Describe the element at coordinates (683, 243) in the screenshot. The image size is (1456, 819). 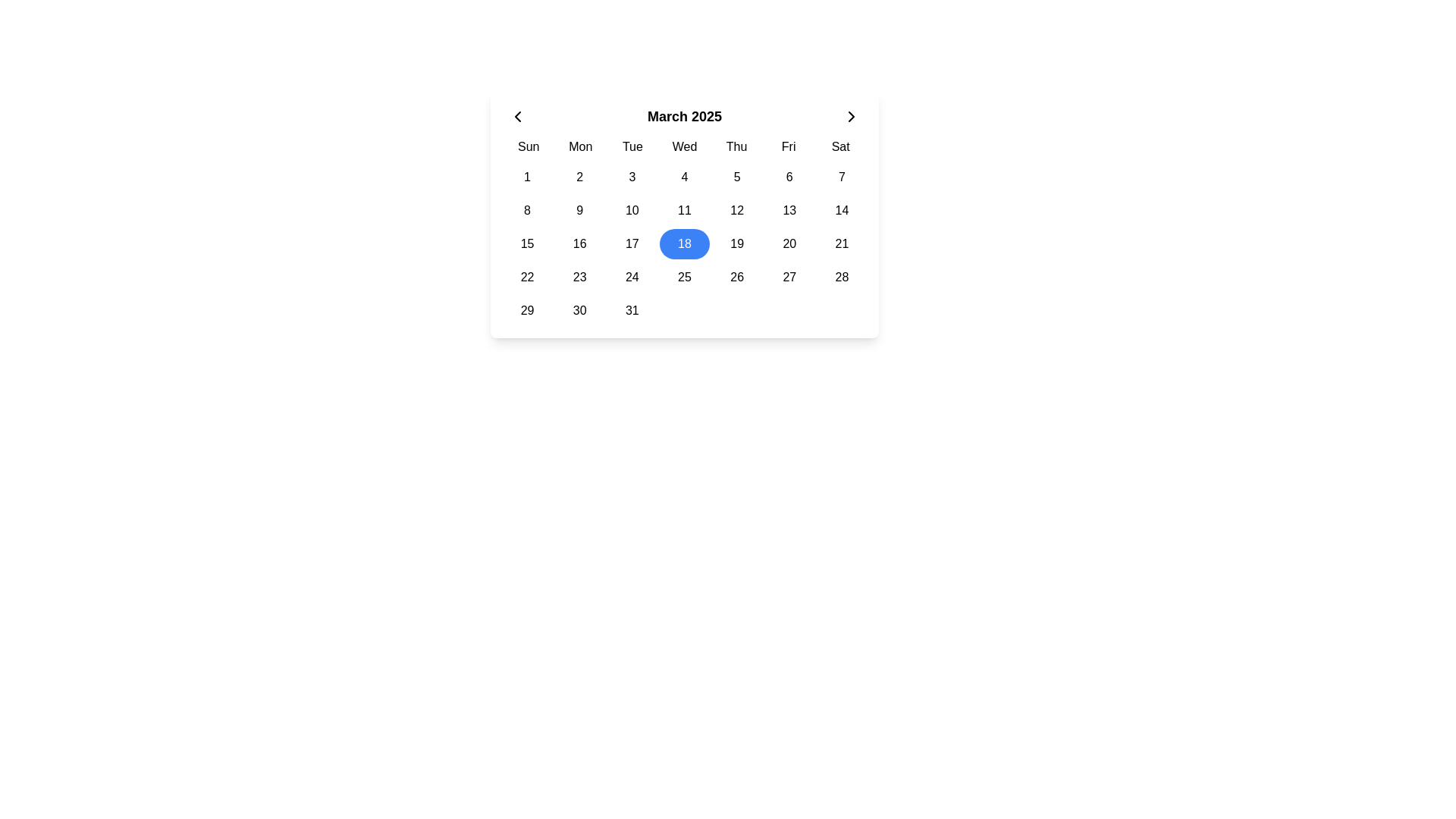
I see `the circular button labeled '18' with a blue background` at that location.